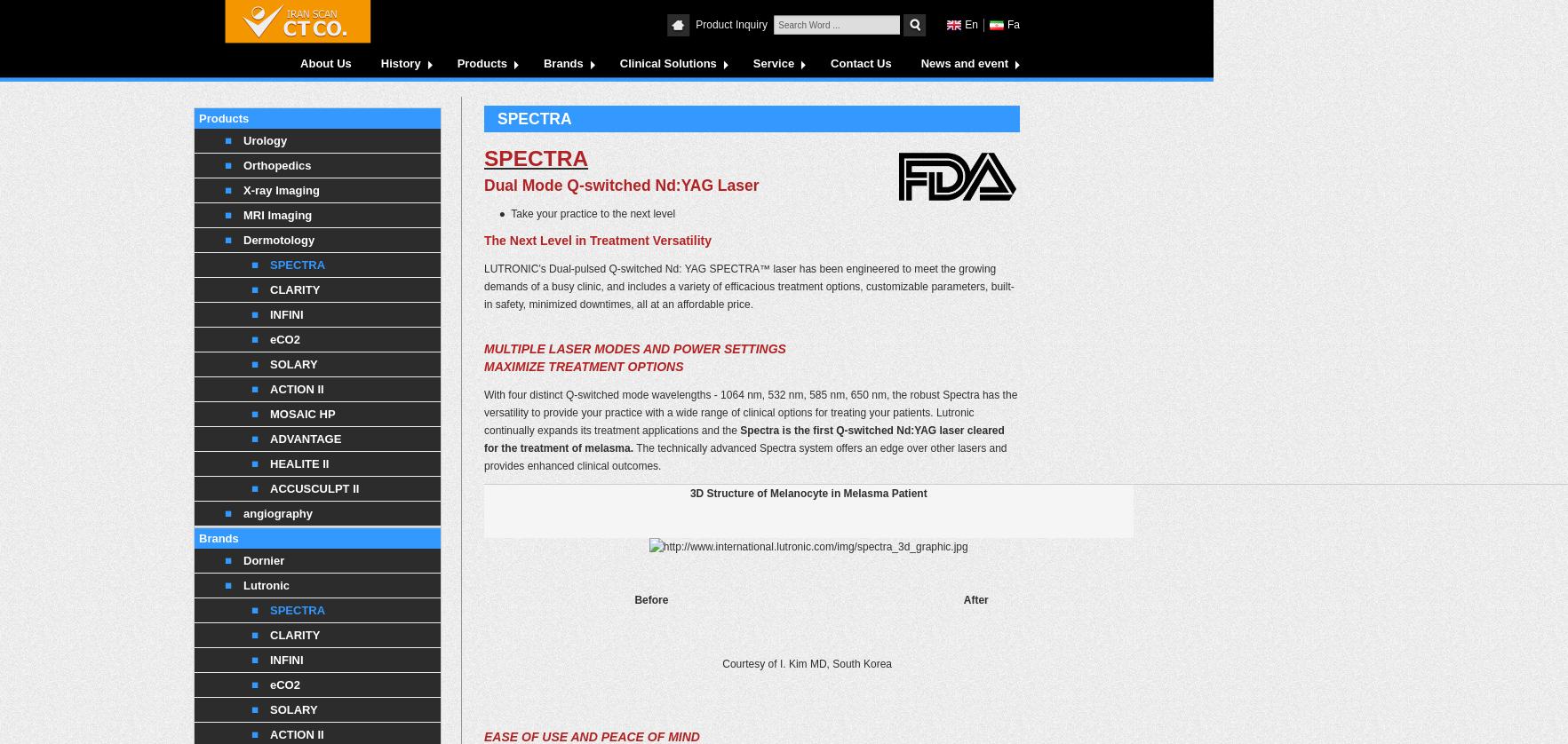  What do you see at coordinates (633, 348) in the screenshot?
I see `'MULTIPLE LASER MODES AND POWER SETTINGS'` at bounding box center [633, 348].